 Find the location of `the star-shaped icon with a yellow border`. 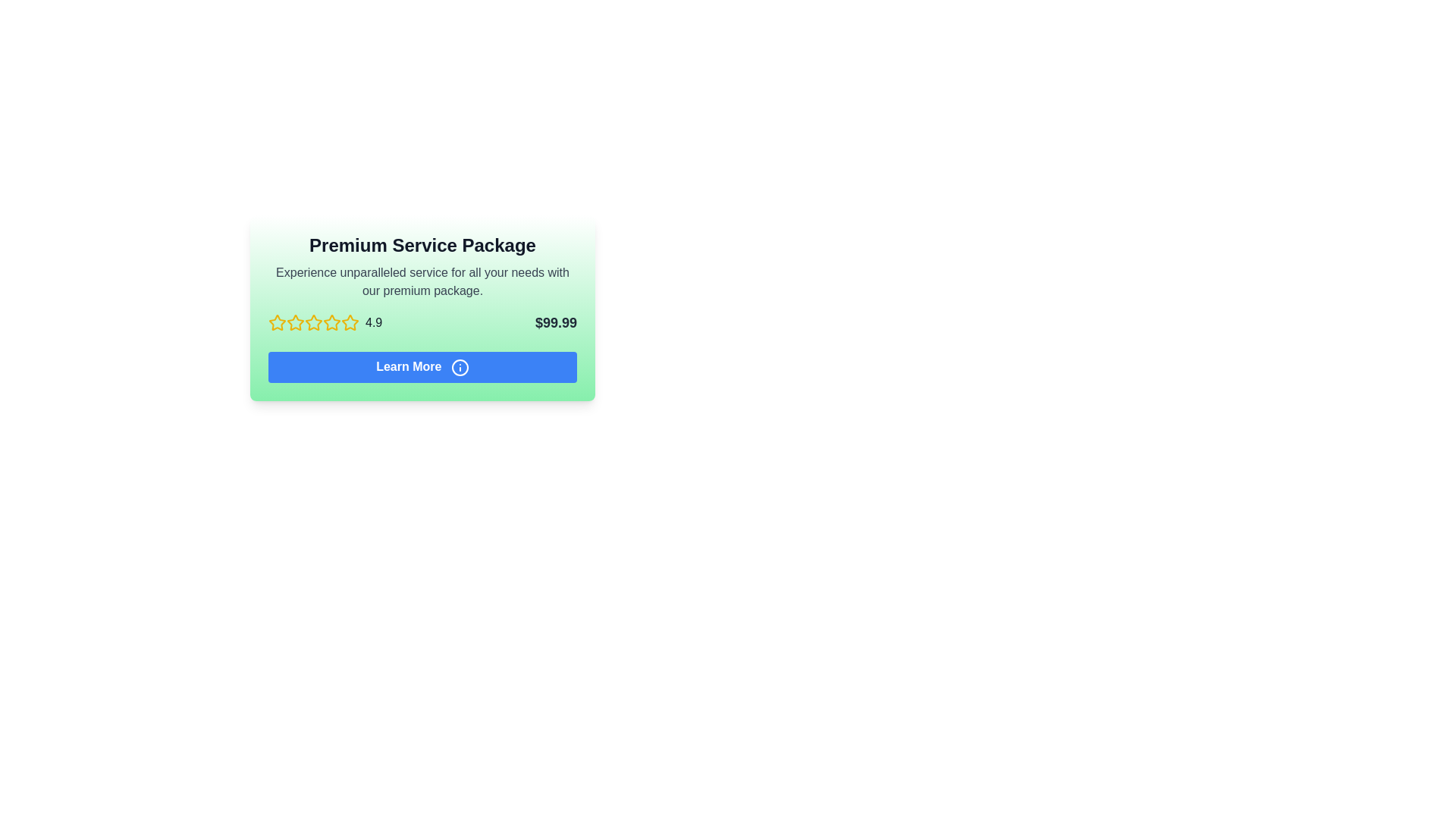

the star-shaped icon with a yellow border is located at coordinates (295, 322).